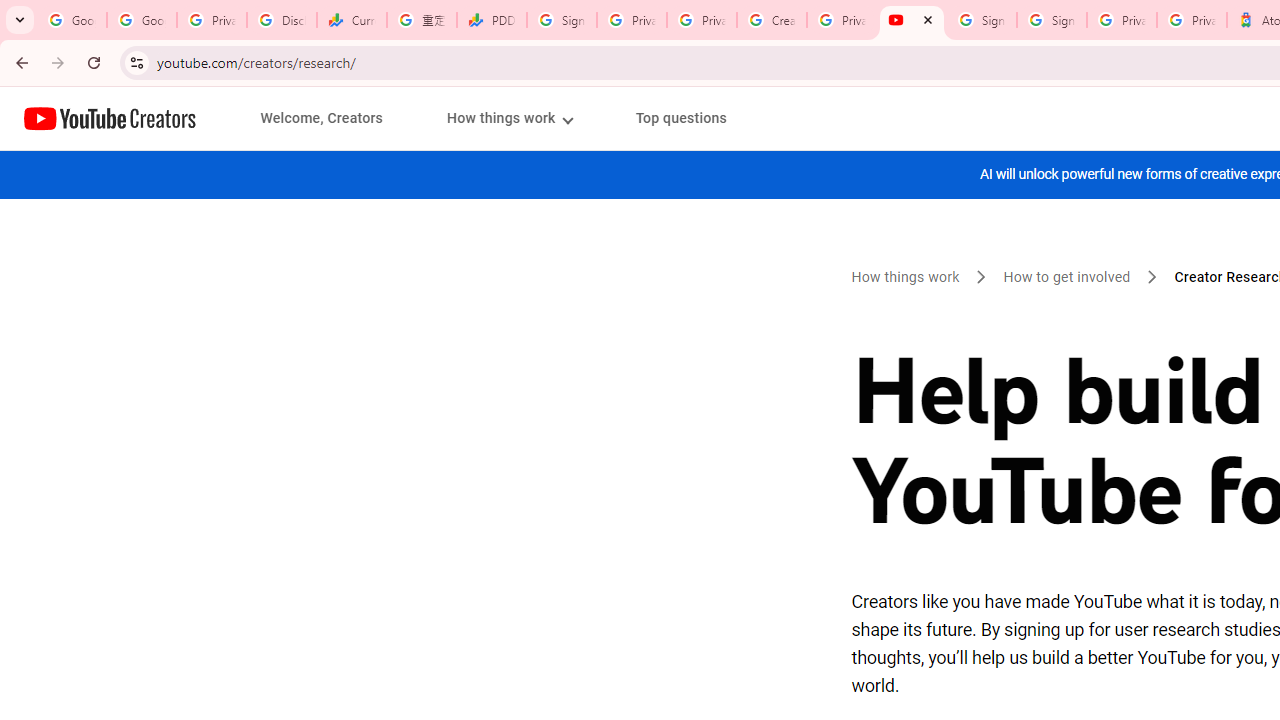  What do you see at coordinates (1068, 277) in the screenshot?
I see `'How to get involved '` at bounding box center [1068, 277].